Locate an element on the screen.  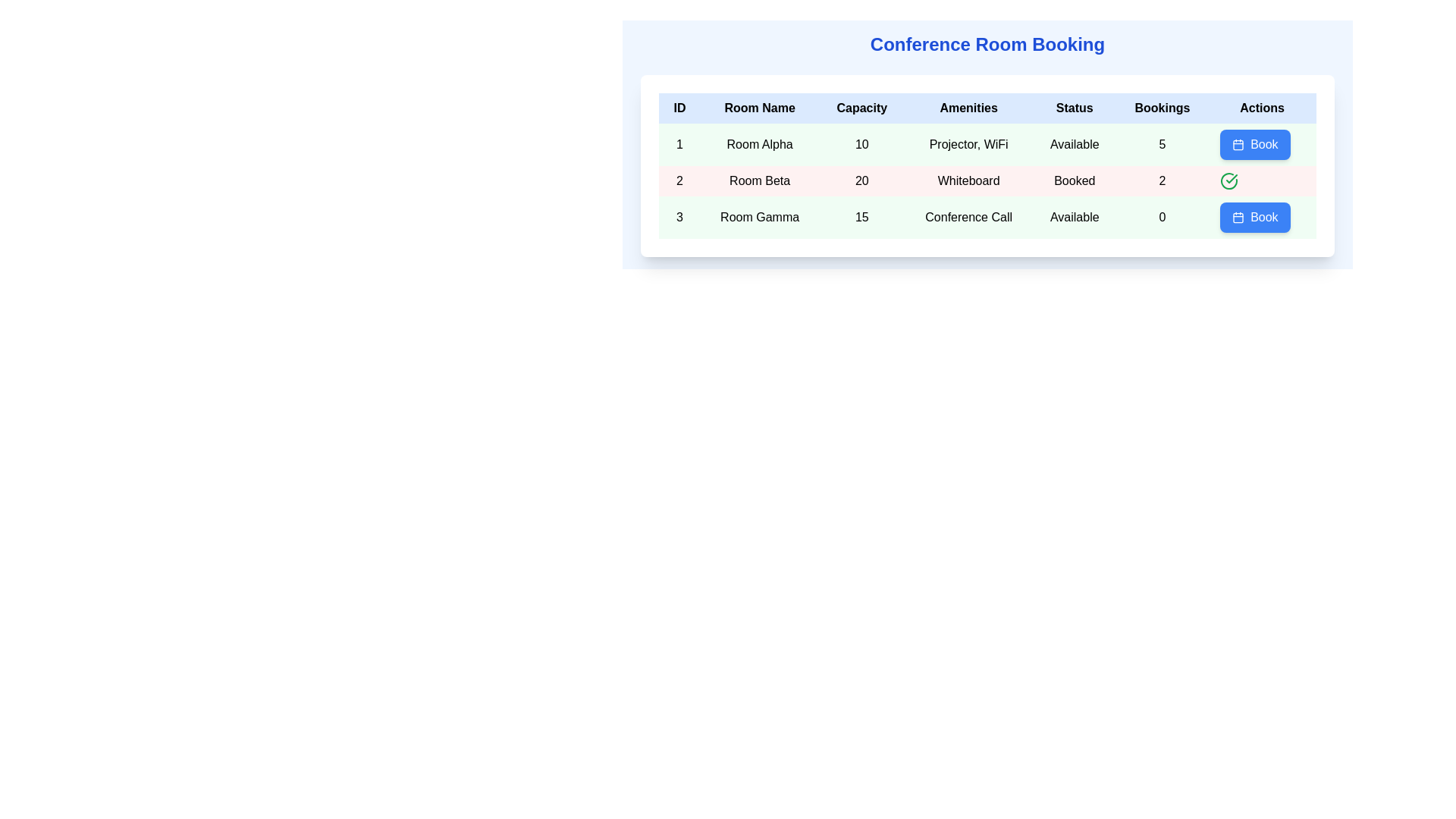
the numeral '2' text label with a centered alignment in a light red background, located in the second row under the 'ID' column of the table is located at coordinates (679, 180).